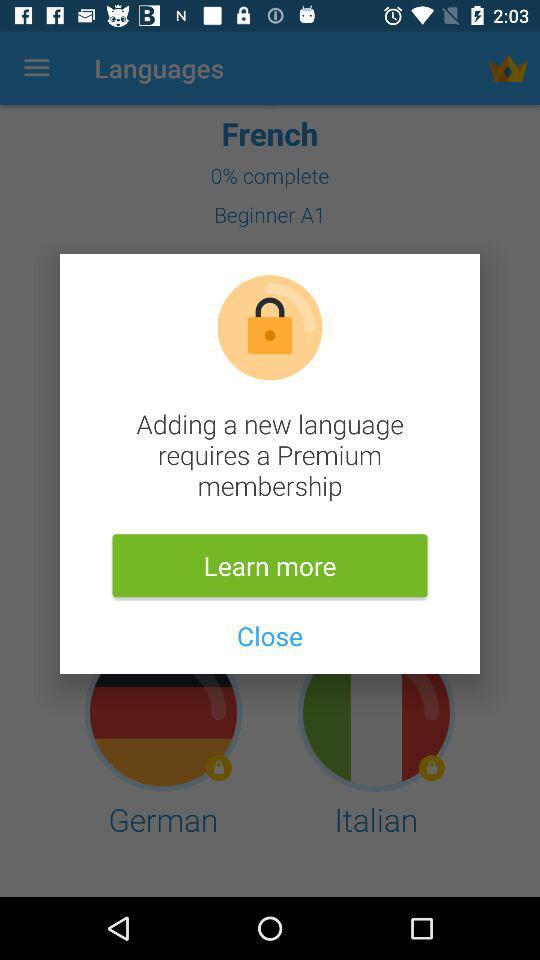 The height and width of the screenshot is (960, 540). What do you see at coordinates (270, 565) in the screenshot?
I see `the icon below the adding a new icon` at bounding box center [270, 565].